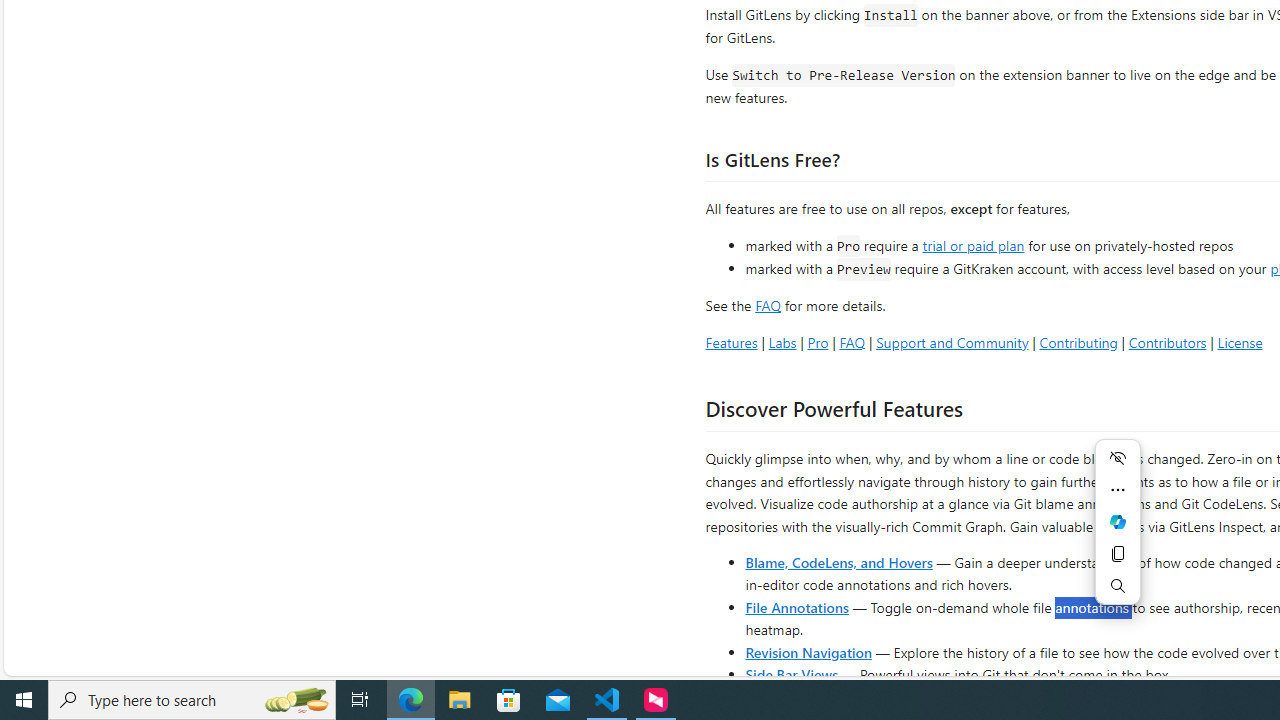  I want to click on 'Revision Navigation', so click(808, 651).